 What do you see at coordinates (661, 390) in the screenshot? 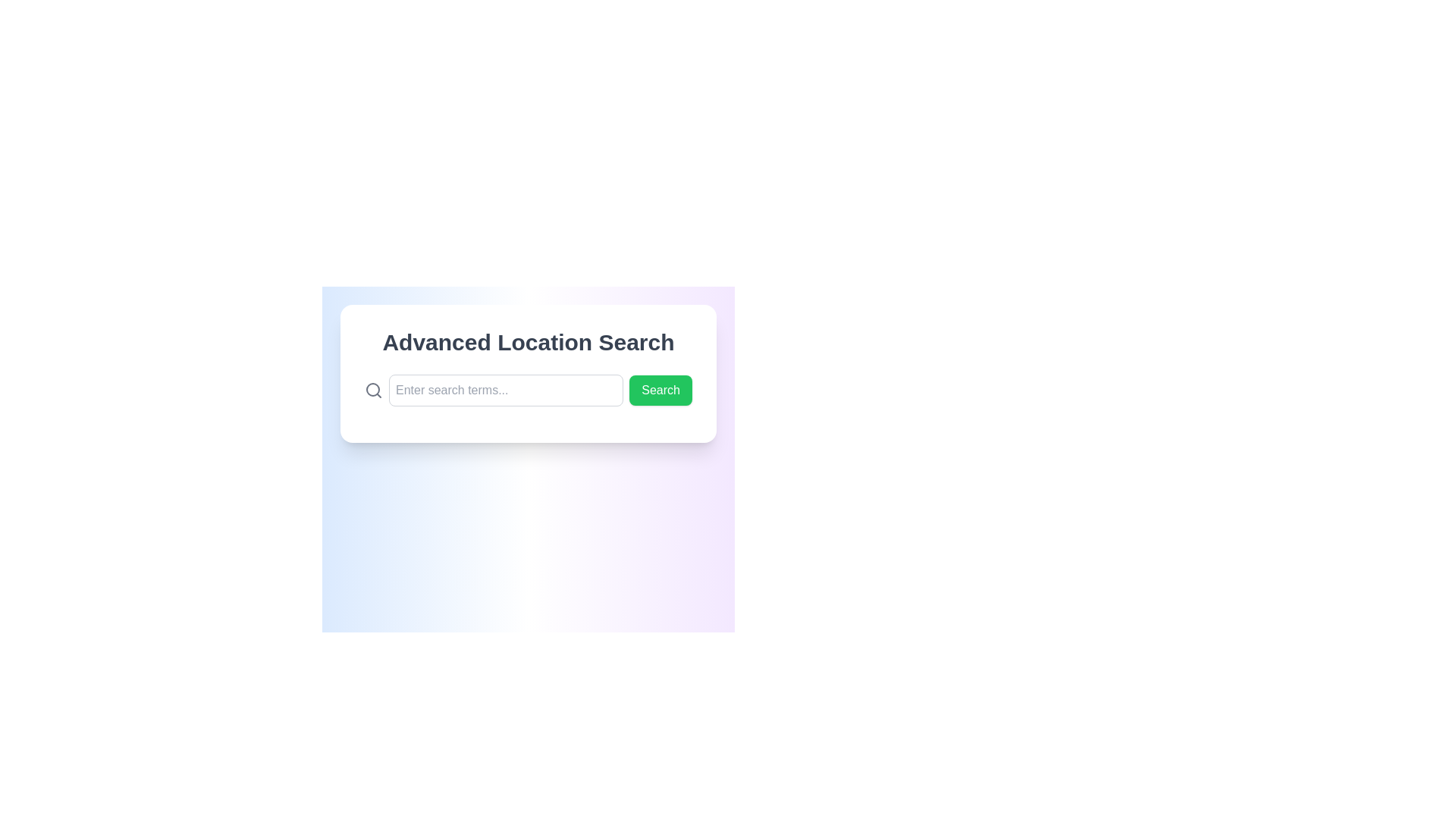
I see `the submission button for initiating a search action, which is located to the right of the 'Enter search terms...' input field and below the title 'Advanced Location Search'` at bounding box center [661, 390].